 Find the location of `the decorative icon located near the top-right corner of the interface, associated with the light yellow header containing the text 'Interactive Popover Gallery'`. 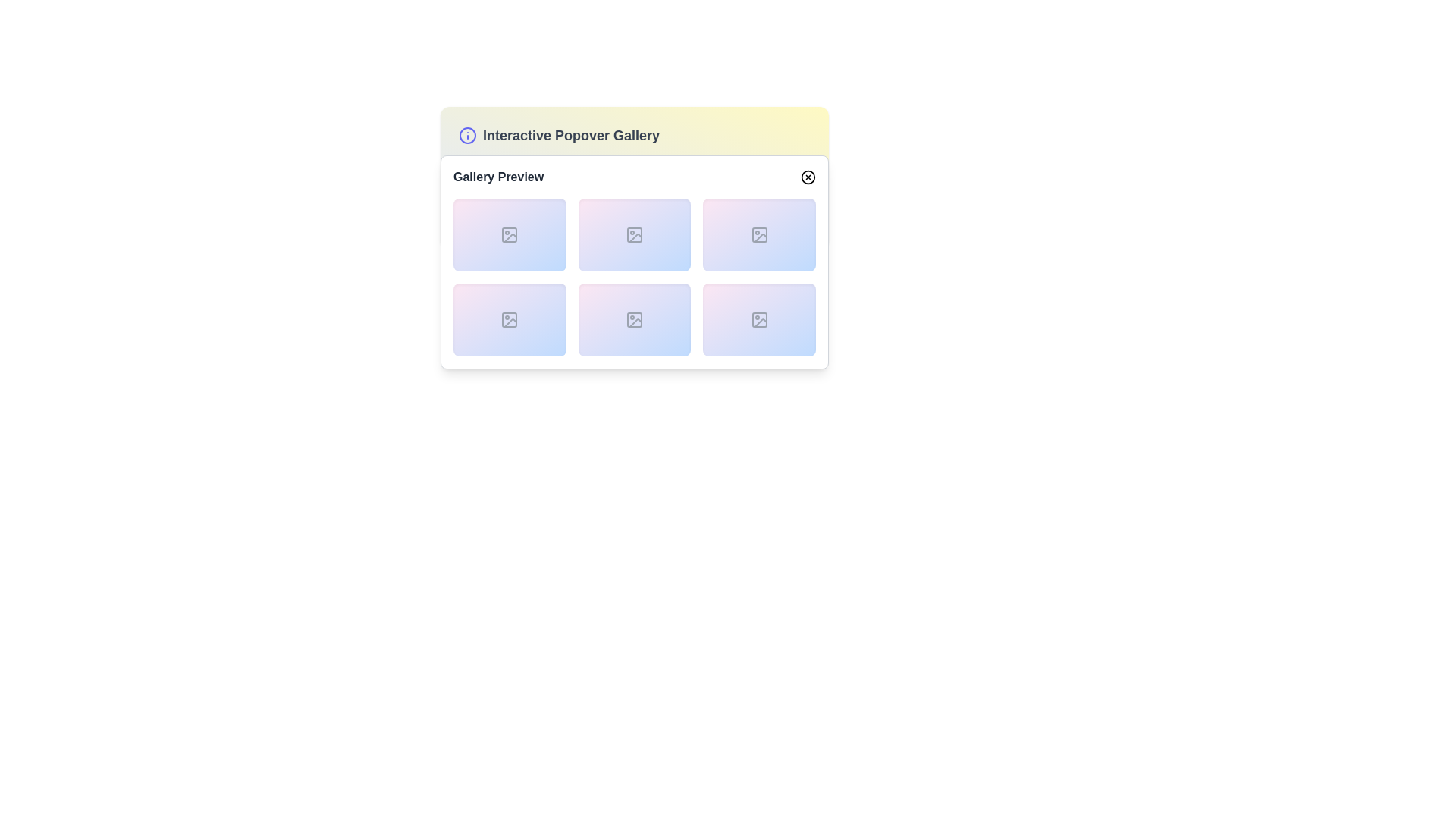

the decorative icon located near the top-right corner of the interface, associated with the light yellow header containing the text 'Interactive Popover Gallery' is located at coordinates (807, 177).